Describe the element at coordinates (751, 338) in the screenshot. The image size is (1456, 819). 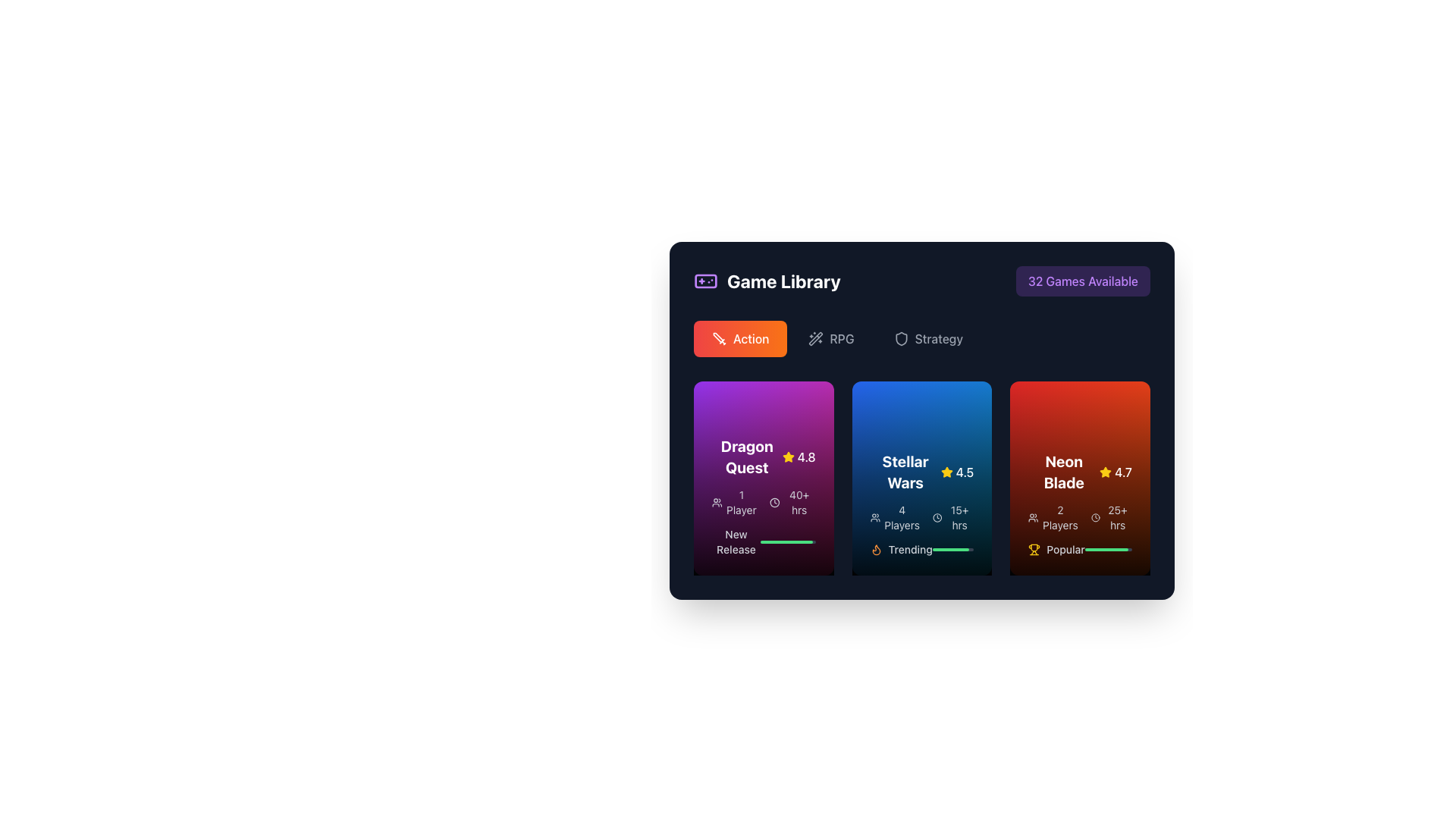
I see `the 'Action' genre filter label located within a button, positioned to the right of a sword icon` at that location.